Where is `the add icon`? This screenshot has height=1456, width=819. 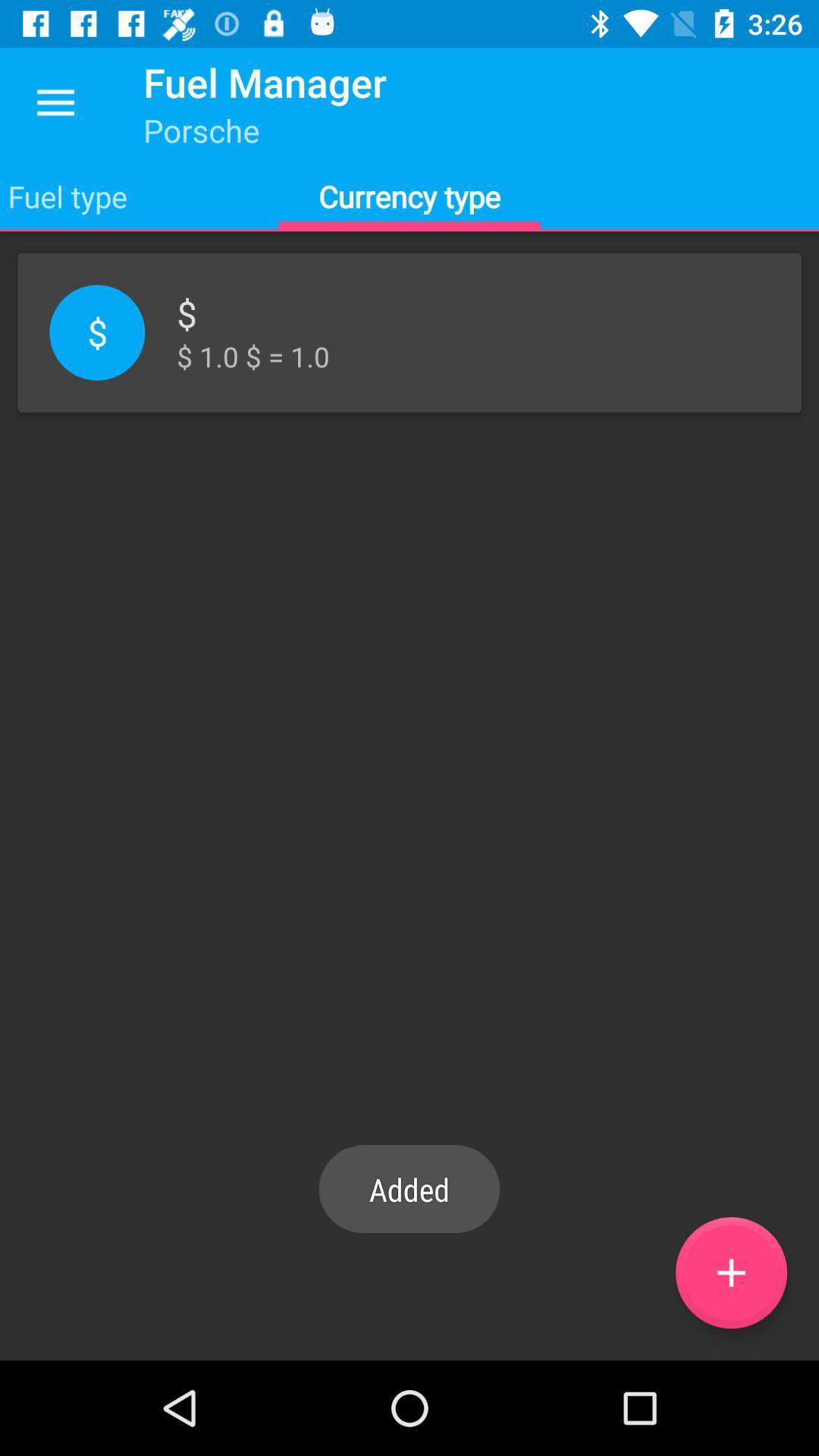
the add icon is located at coordinates (730, 1272).